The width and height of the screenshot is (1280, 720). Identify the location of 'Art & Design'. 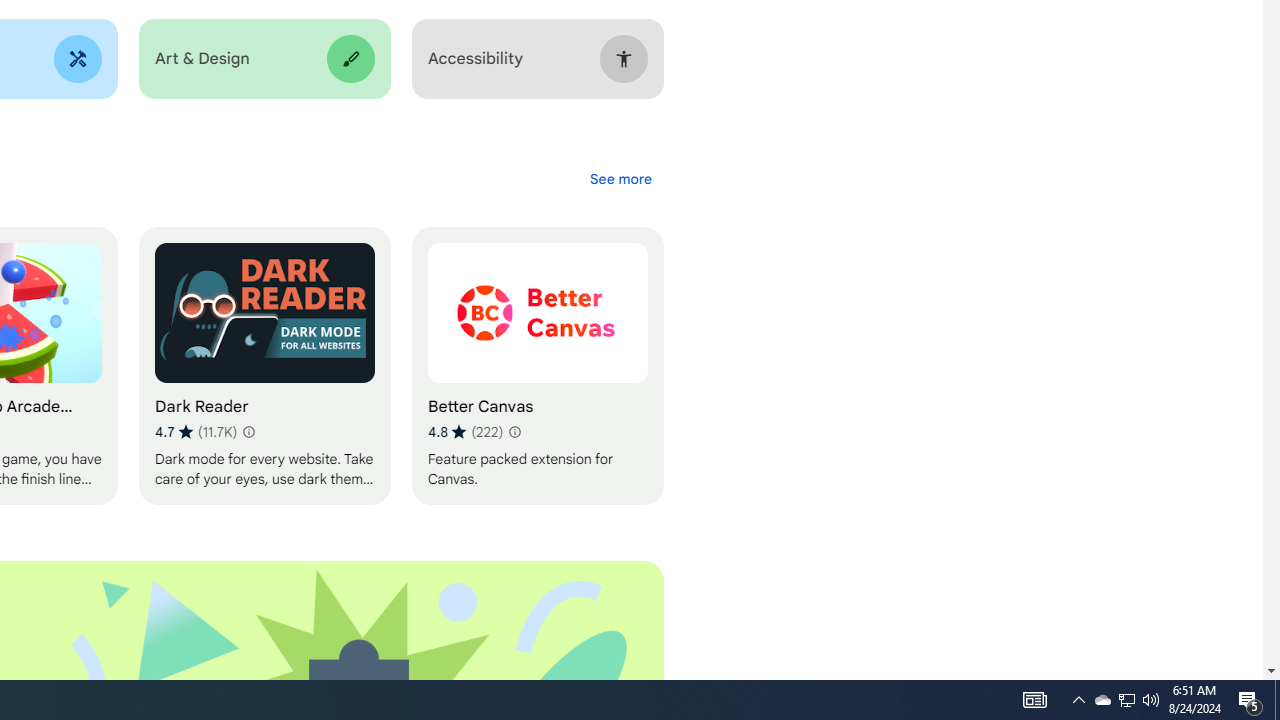
(263, 58).